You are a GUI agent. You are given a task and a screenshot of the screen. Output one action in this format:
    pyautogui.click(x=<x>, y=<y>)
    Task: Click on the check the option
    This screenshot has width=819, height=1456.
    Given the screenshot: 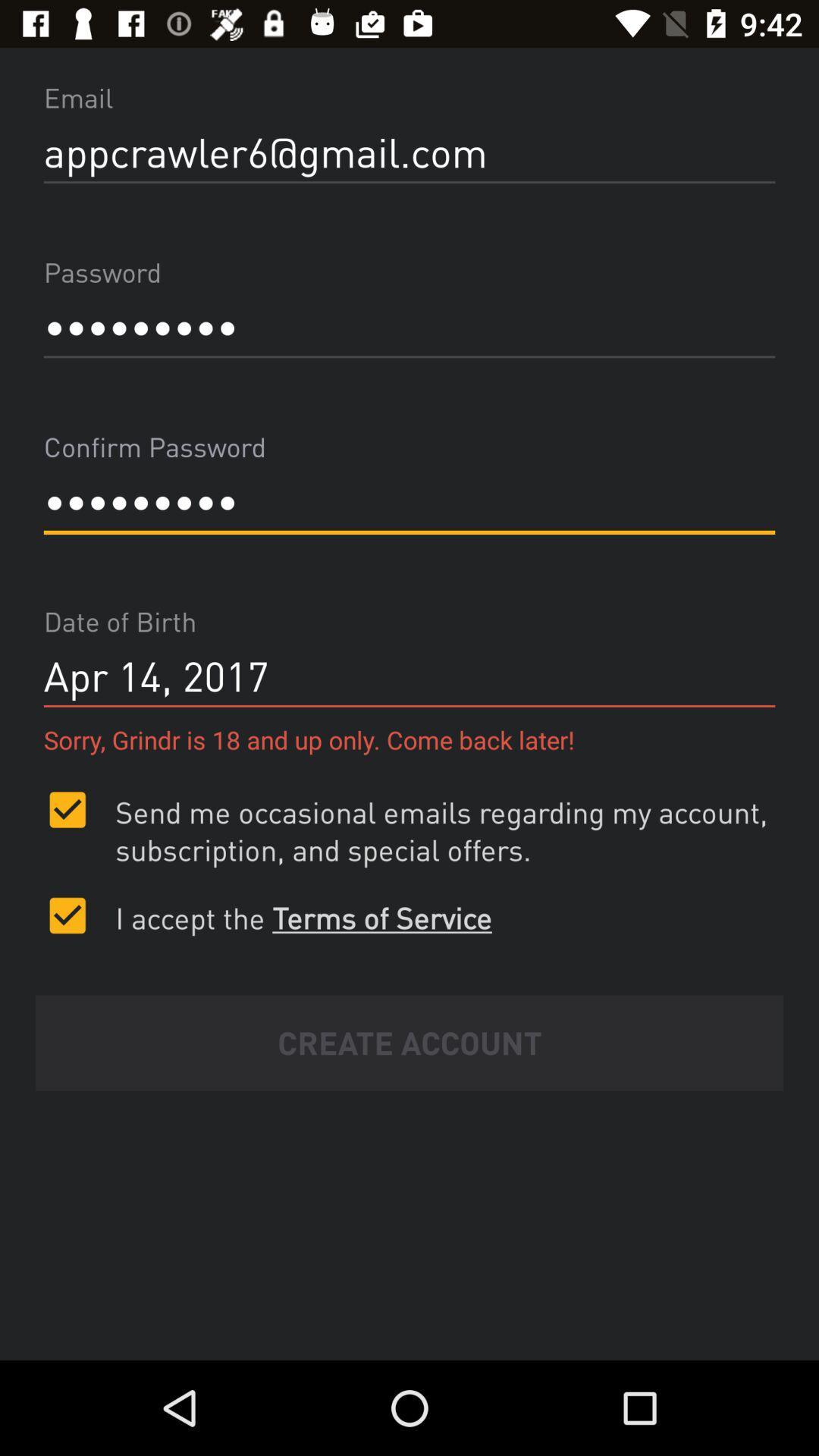 What is the action you would take?
    pyautogui.click(x=67, y=915)
    